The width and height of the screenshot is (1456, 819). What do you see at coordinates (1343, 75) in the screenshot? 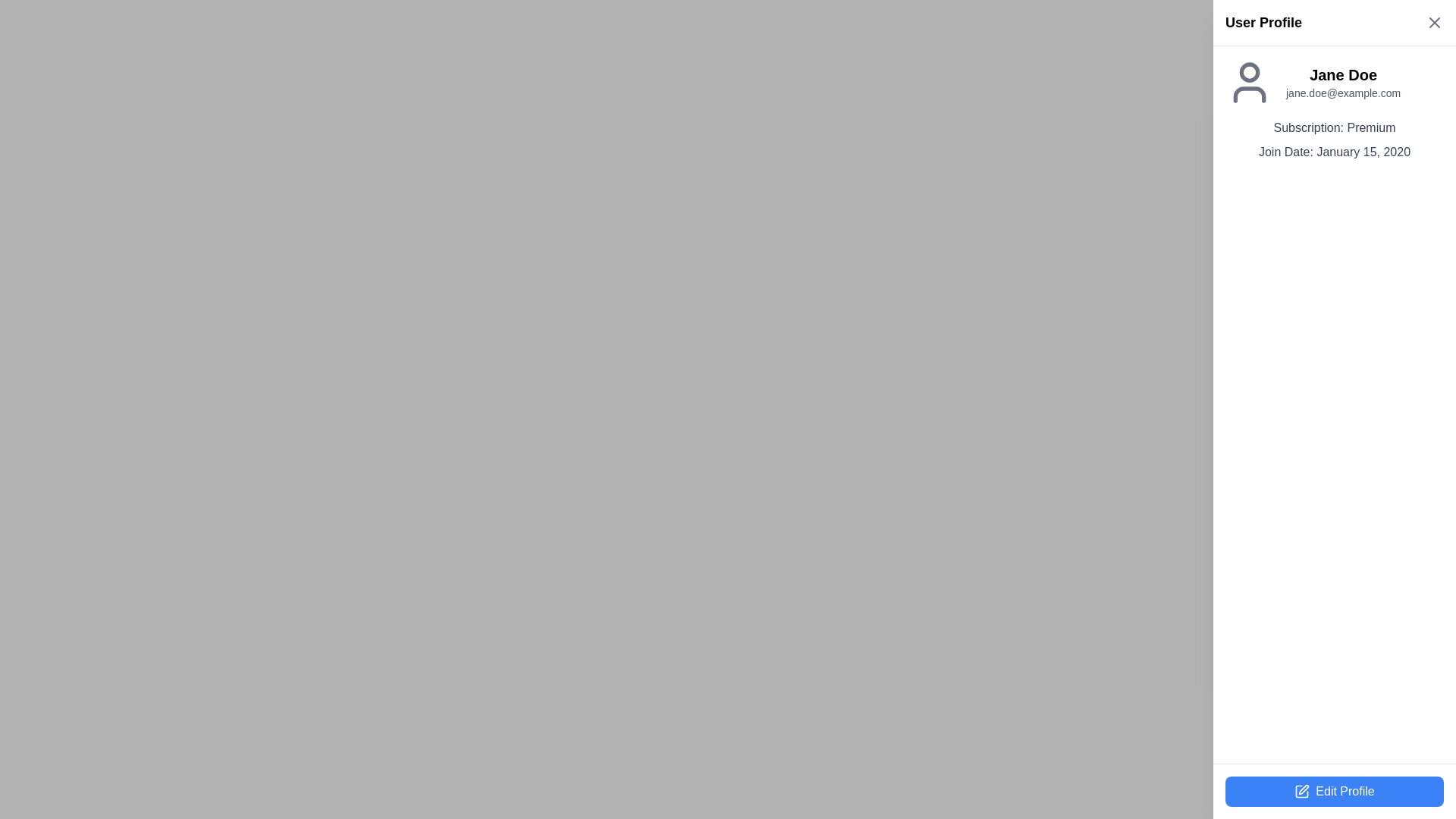
I see `the text label displaying the name 'Jane Doe', which is located at the top section of the user profile panel and is distinct with its bold, larger font style` at bounding box center [1343, 75].